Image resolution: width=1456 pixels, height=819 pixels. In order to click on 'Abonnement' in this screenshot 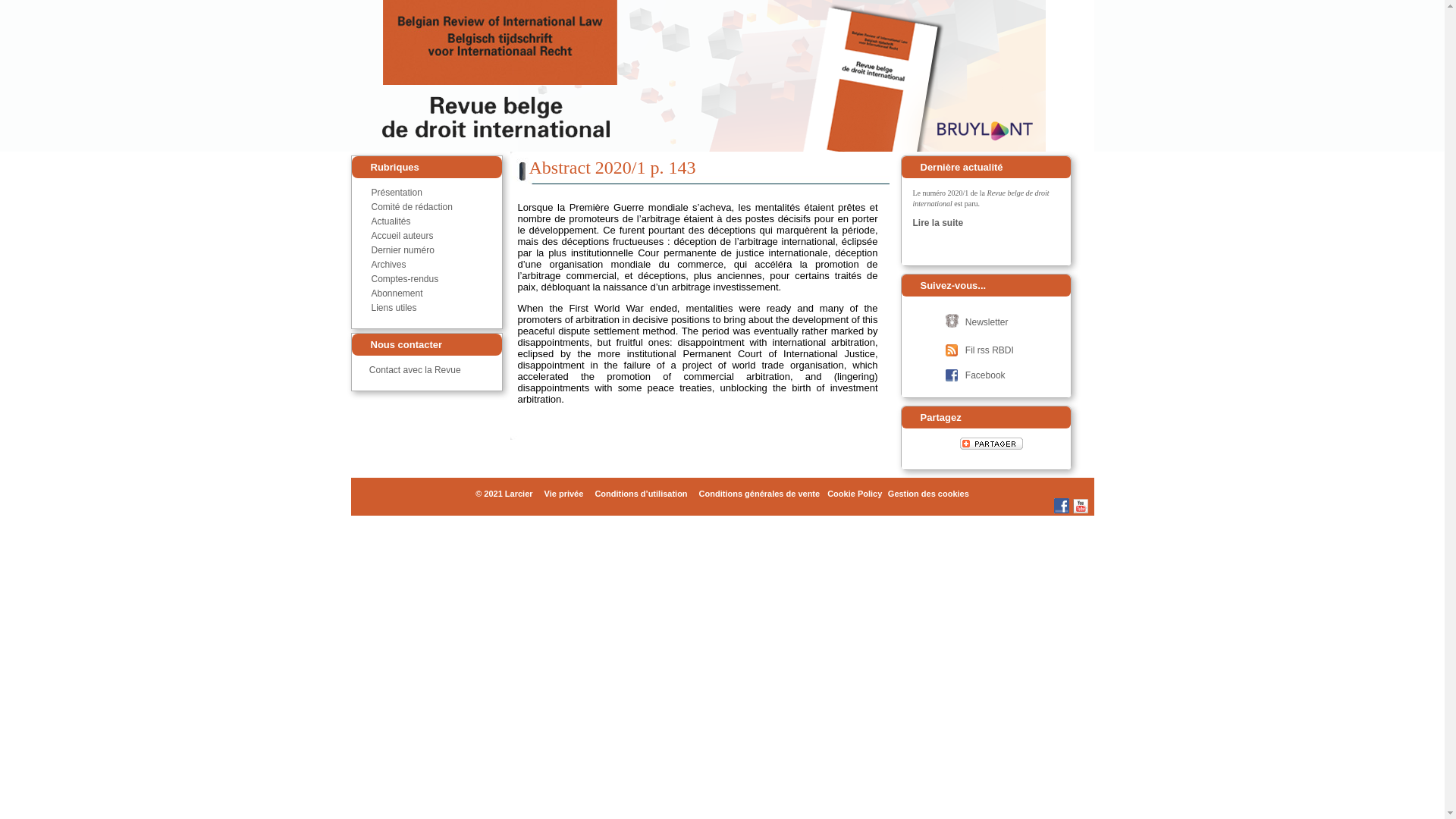, I will do `click(397, 293)`.